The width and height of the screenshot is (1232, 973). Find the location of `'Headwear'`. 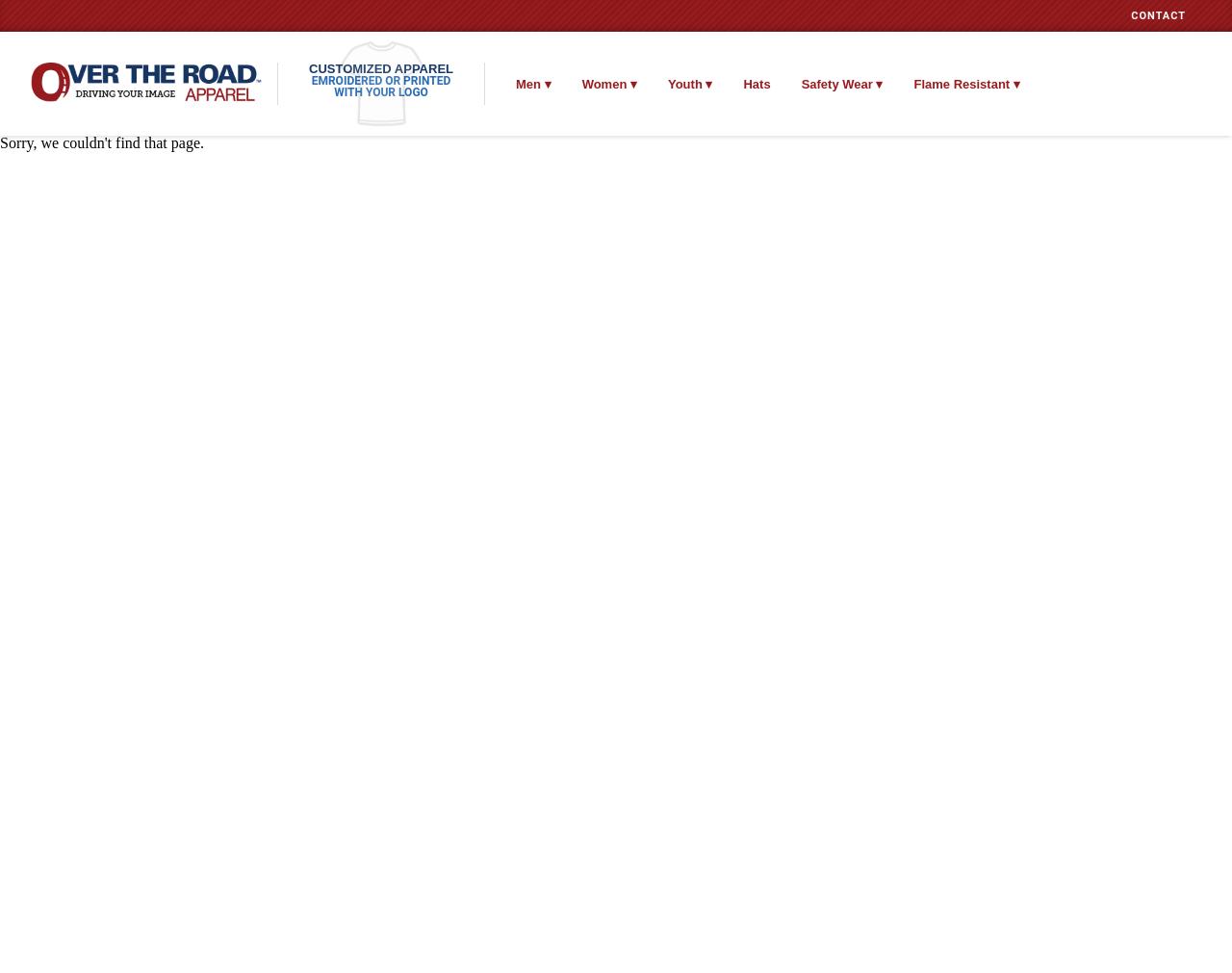

'Headwear' is located at coordinates (945, 285).